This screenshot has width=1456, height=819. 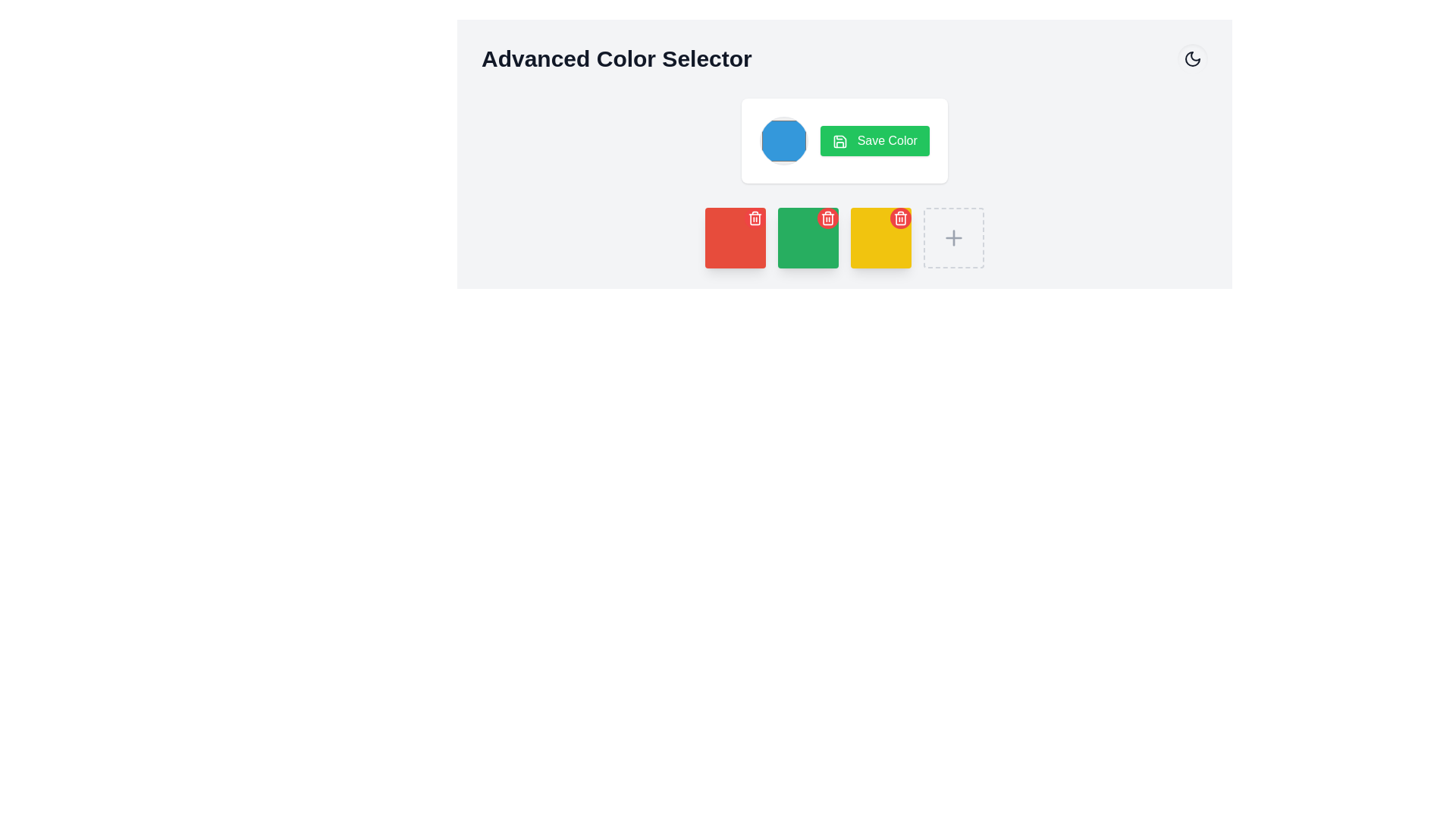 I want to click on the 'plus' icon button, which is used to add or create a new item or feature within the color selection context, so click(x=952, y=237).